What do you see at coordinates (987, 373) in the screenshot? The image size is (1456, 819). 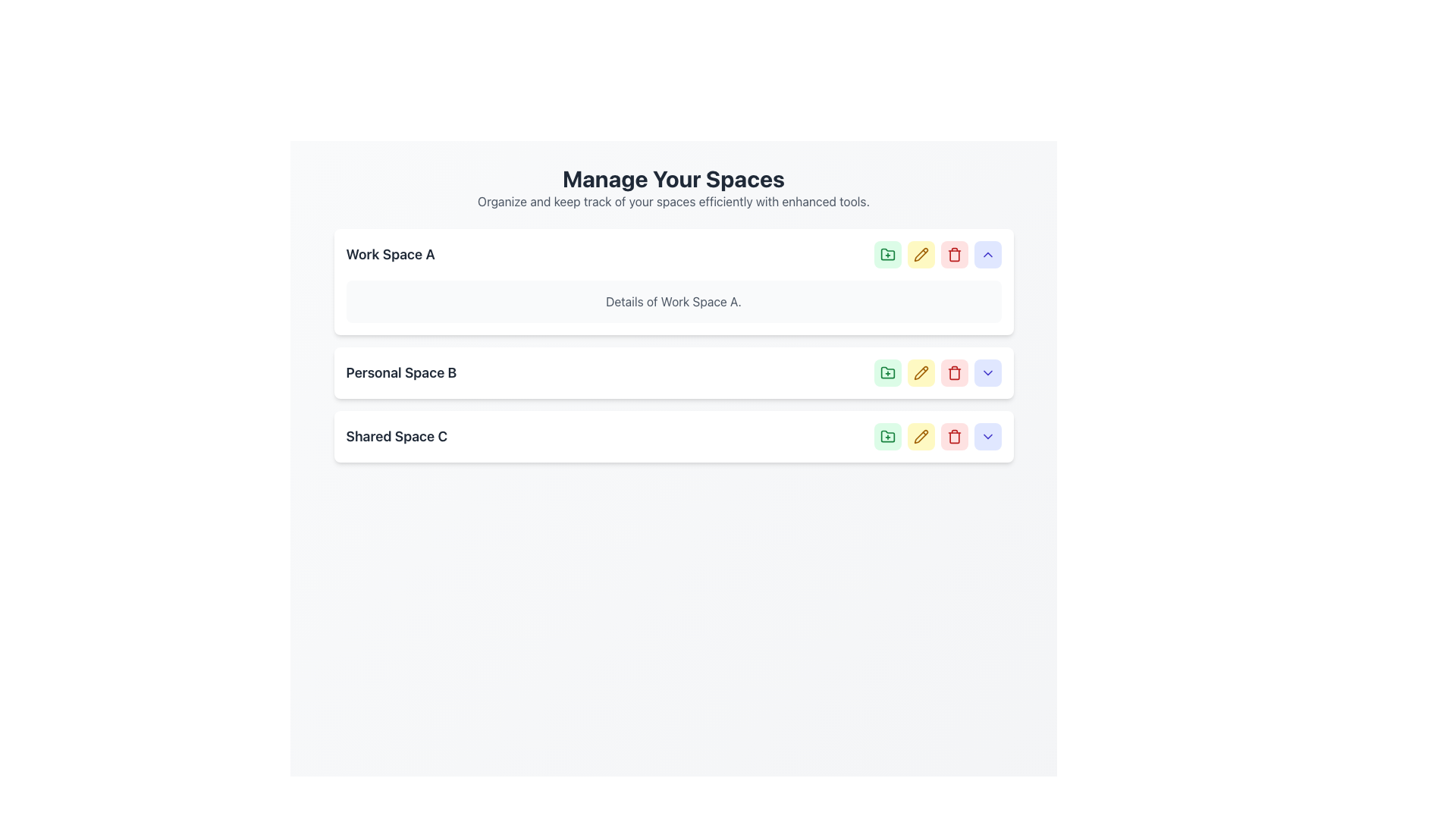 I see `the SVG Icon within the 'Toggle Details' button` at bounding box center [987, 373].